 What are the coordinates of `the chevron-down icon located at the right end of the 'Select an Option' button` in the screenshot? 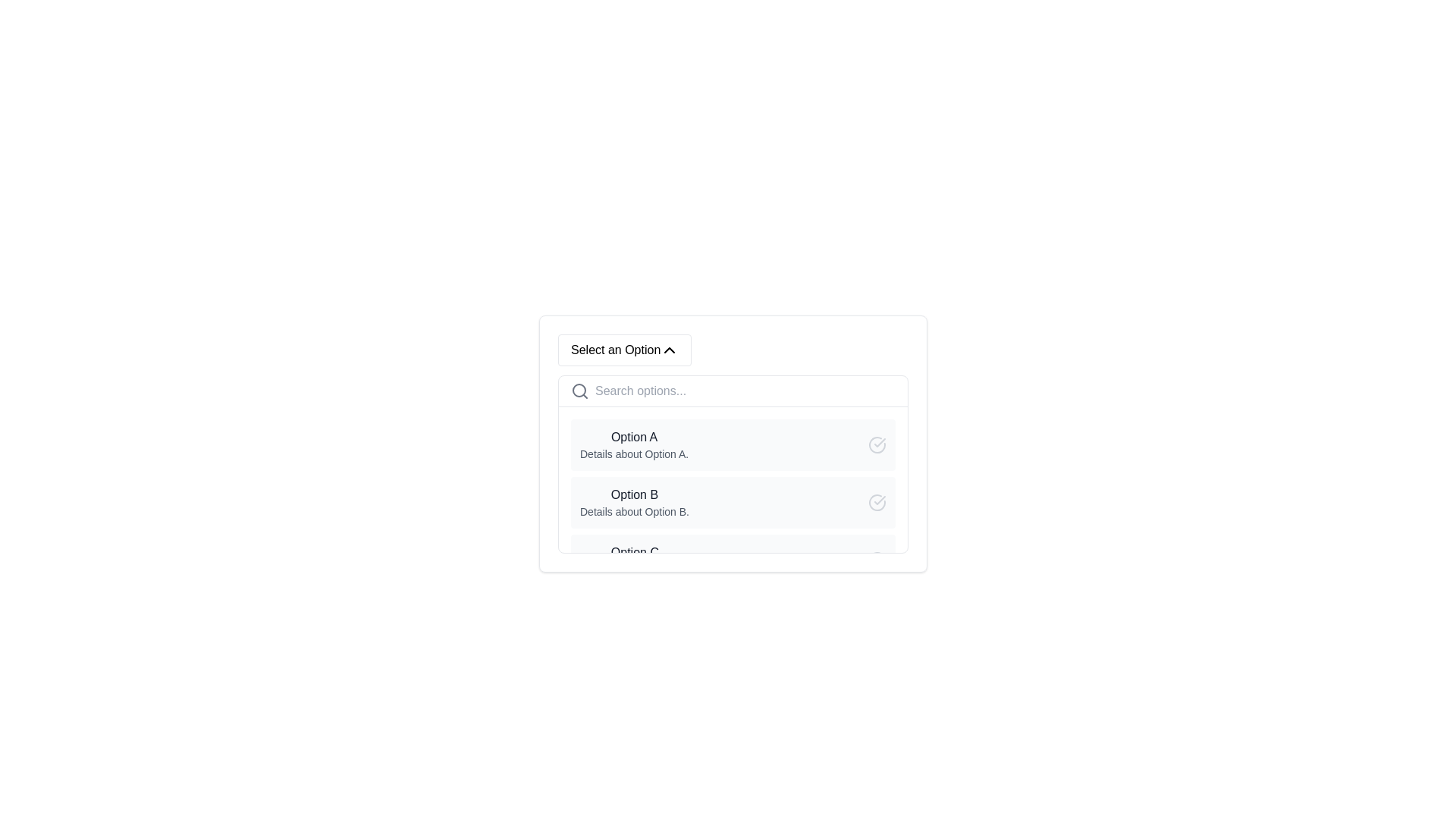 It's located at (669, 350).